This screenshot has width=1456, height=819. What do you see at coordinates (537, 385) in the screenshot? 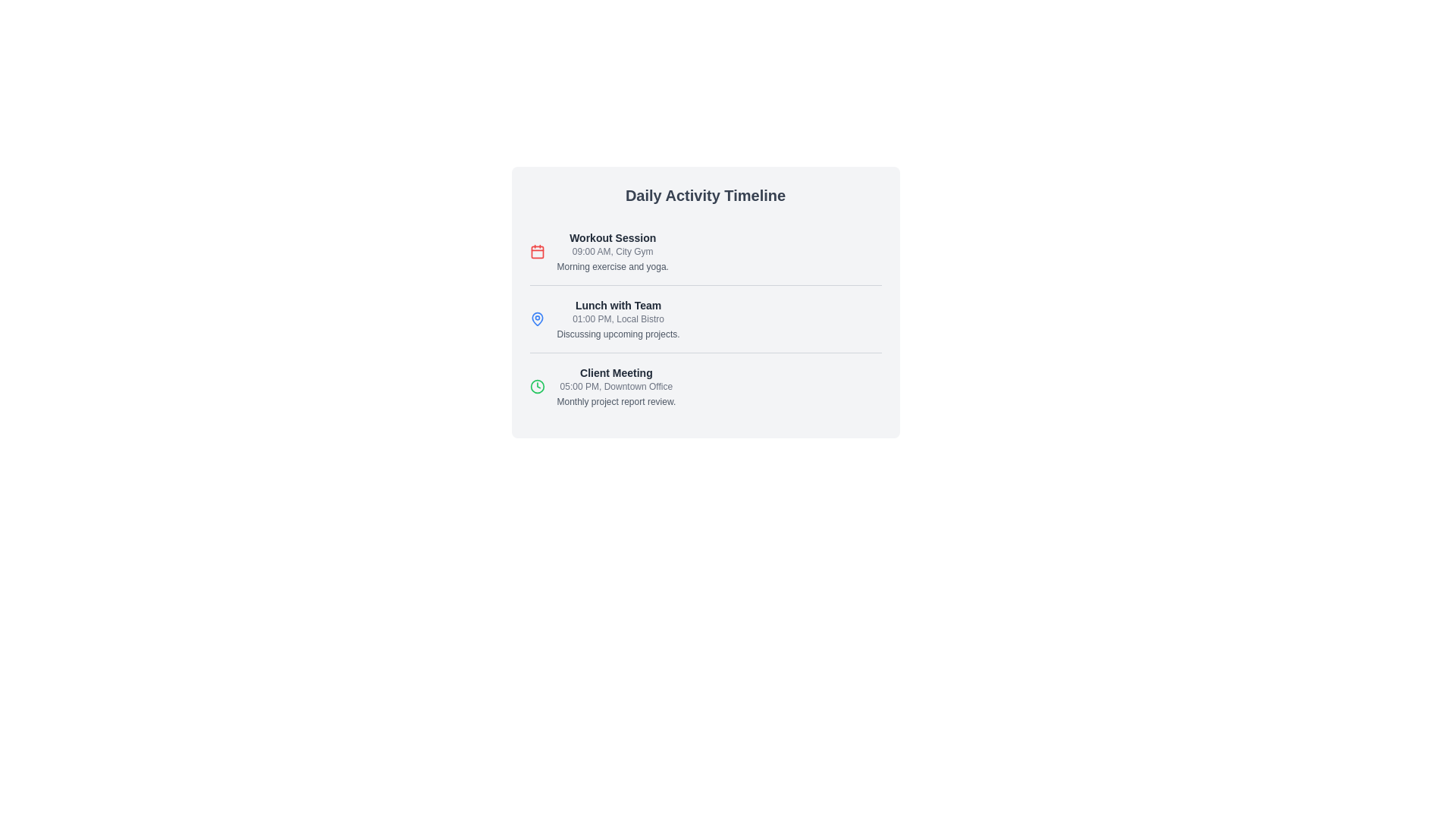
I see `the small circular clock icon with a green outline and a black clock face, which is positioned to the left of the text '05:00 PM, Downtown Office' in the third item of the 'Daily Activity Timeline' list` at bounding box center [537, 385].